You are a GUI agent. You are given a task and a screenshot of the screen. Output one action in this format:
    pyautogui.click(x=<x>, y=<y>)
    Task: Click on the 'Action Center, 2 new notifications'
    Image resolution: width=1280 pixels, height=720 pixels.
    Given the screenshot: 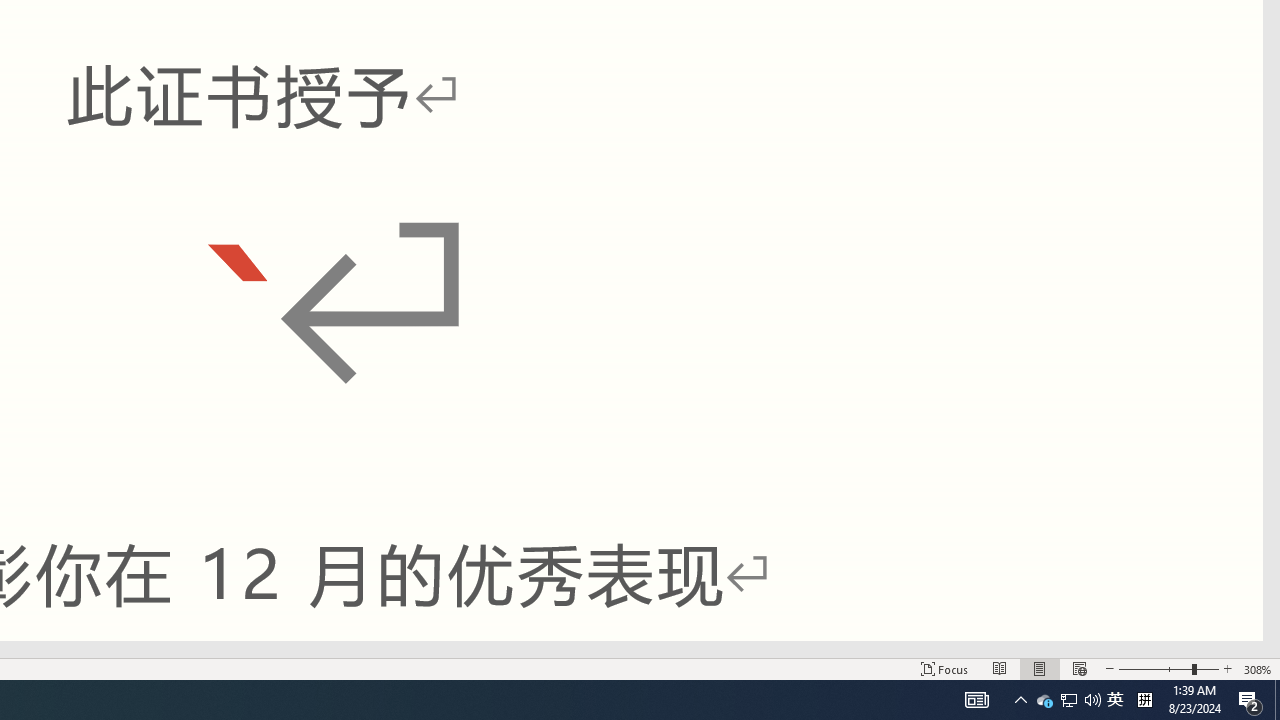 What is the action you would take?
    pyautogui.click(x=1250, y=698)
    